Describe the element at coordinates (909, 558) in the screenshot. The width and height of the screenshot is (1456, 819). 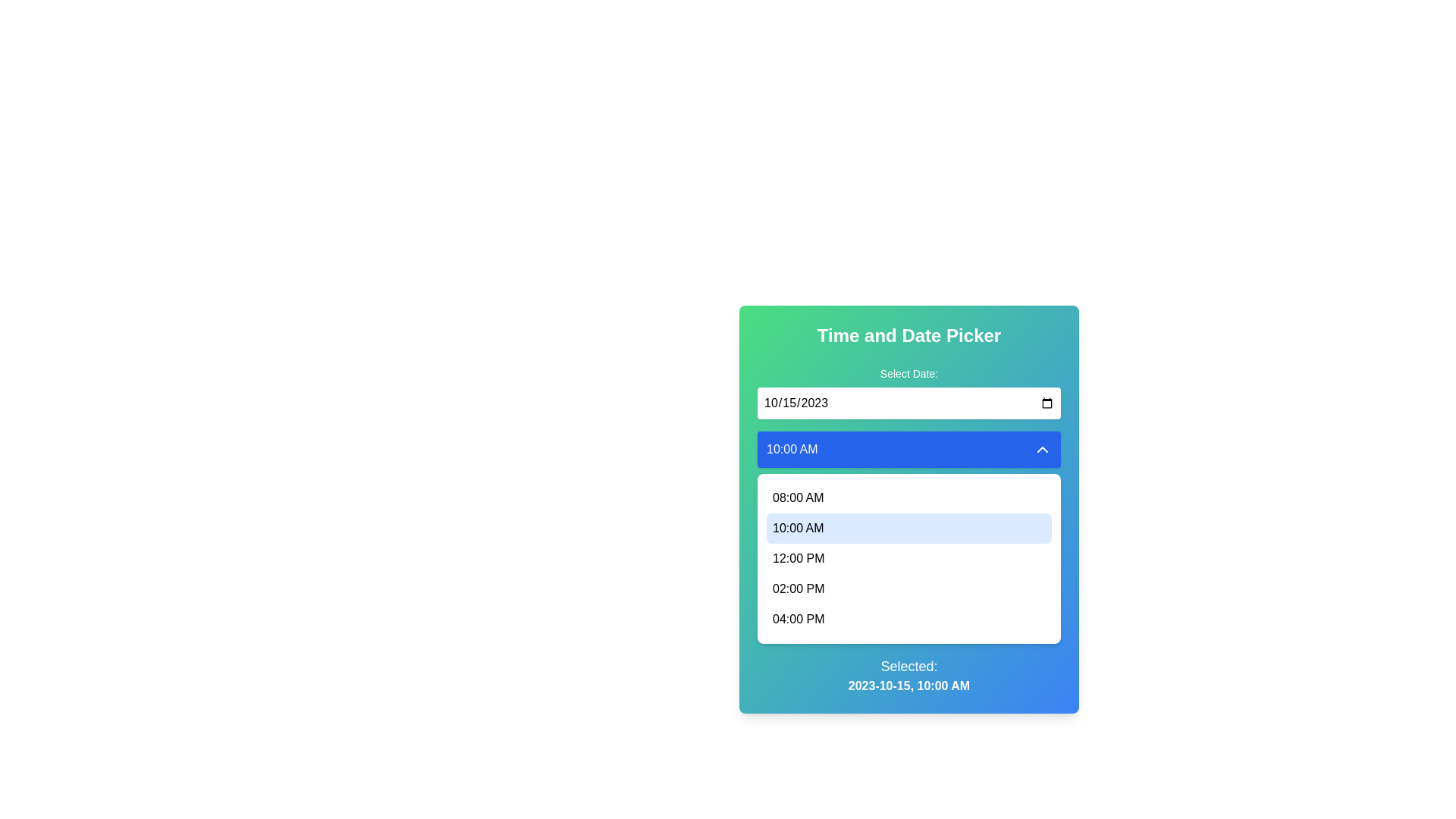
I see `the third item in the dropdown list` at that location.